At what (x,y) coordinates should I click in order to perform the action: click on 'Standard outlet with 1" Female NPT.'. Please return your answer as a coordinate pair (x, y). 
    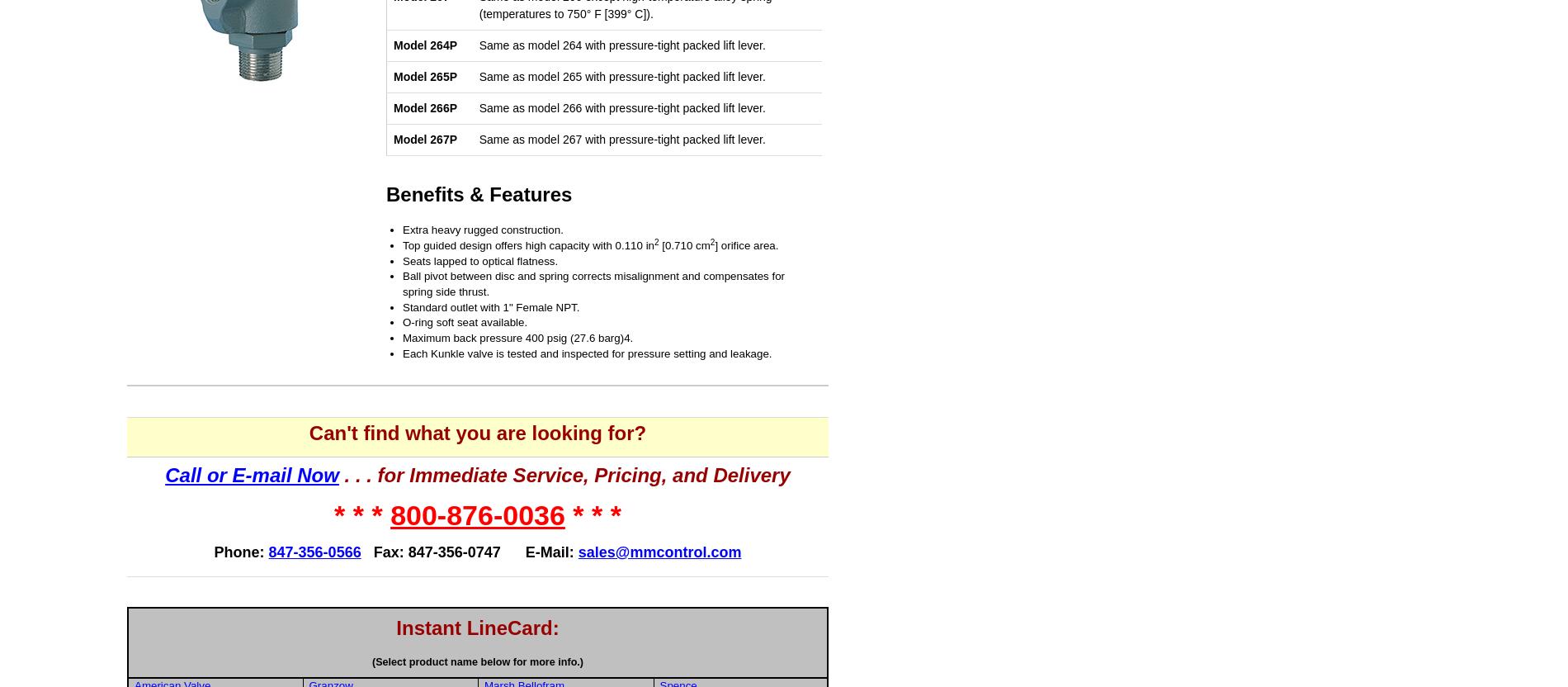
    Looking at the image, I should click on (491, 306).